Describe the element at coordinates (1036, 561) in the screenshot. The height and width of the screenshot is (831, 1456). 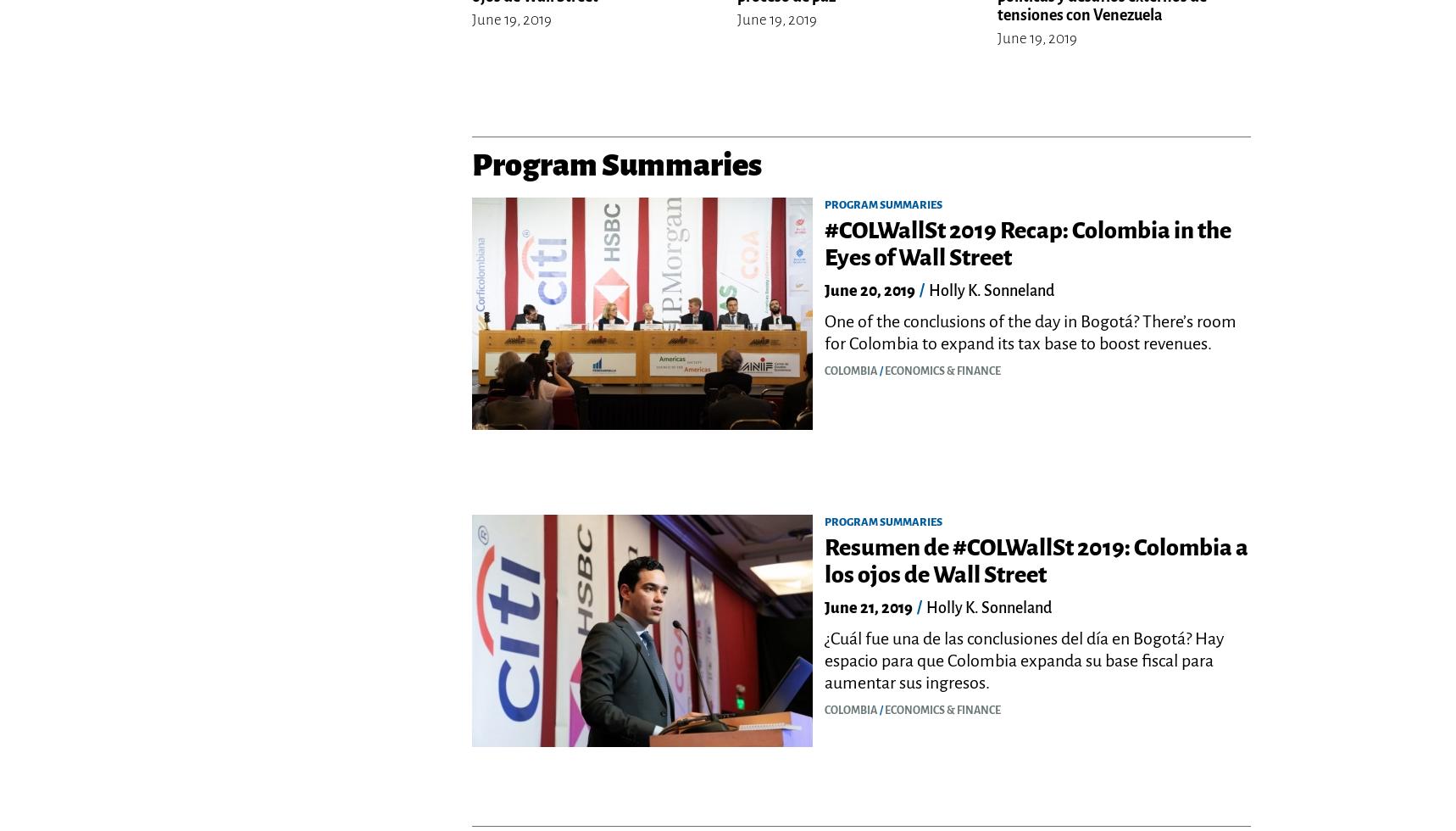
I see `'Resumen de #COLWallSt 2019: Colombia a los ojos de Wall Street'` at that location.